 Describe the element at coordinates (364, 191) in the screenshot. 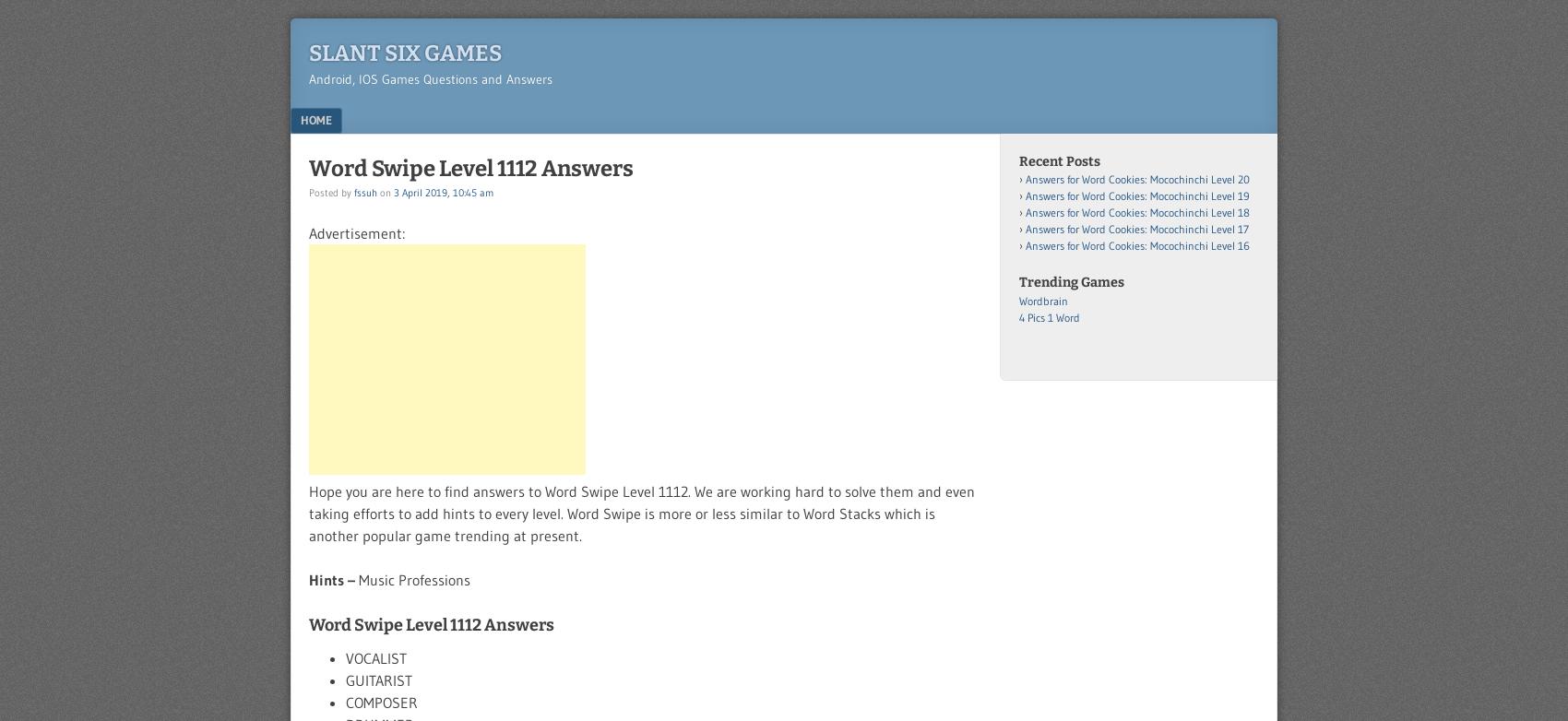

I see `'fssuh'` at that location.